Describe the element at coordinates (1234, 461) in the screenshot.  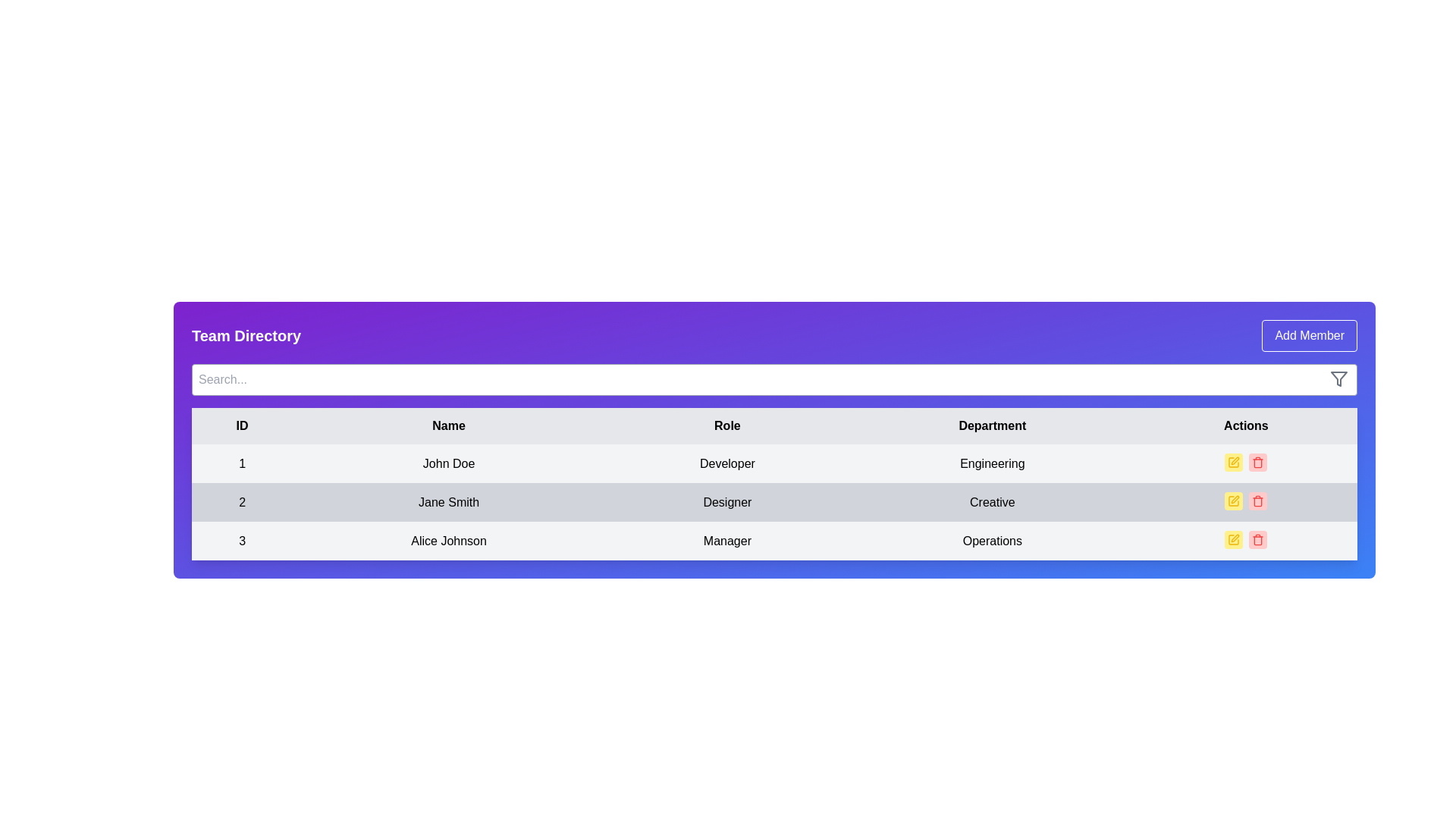
I see `the edit button located in the first row of action buttons, aligned to the right of the 'Actions' column` at that location.